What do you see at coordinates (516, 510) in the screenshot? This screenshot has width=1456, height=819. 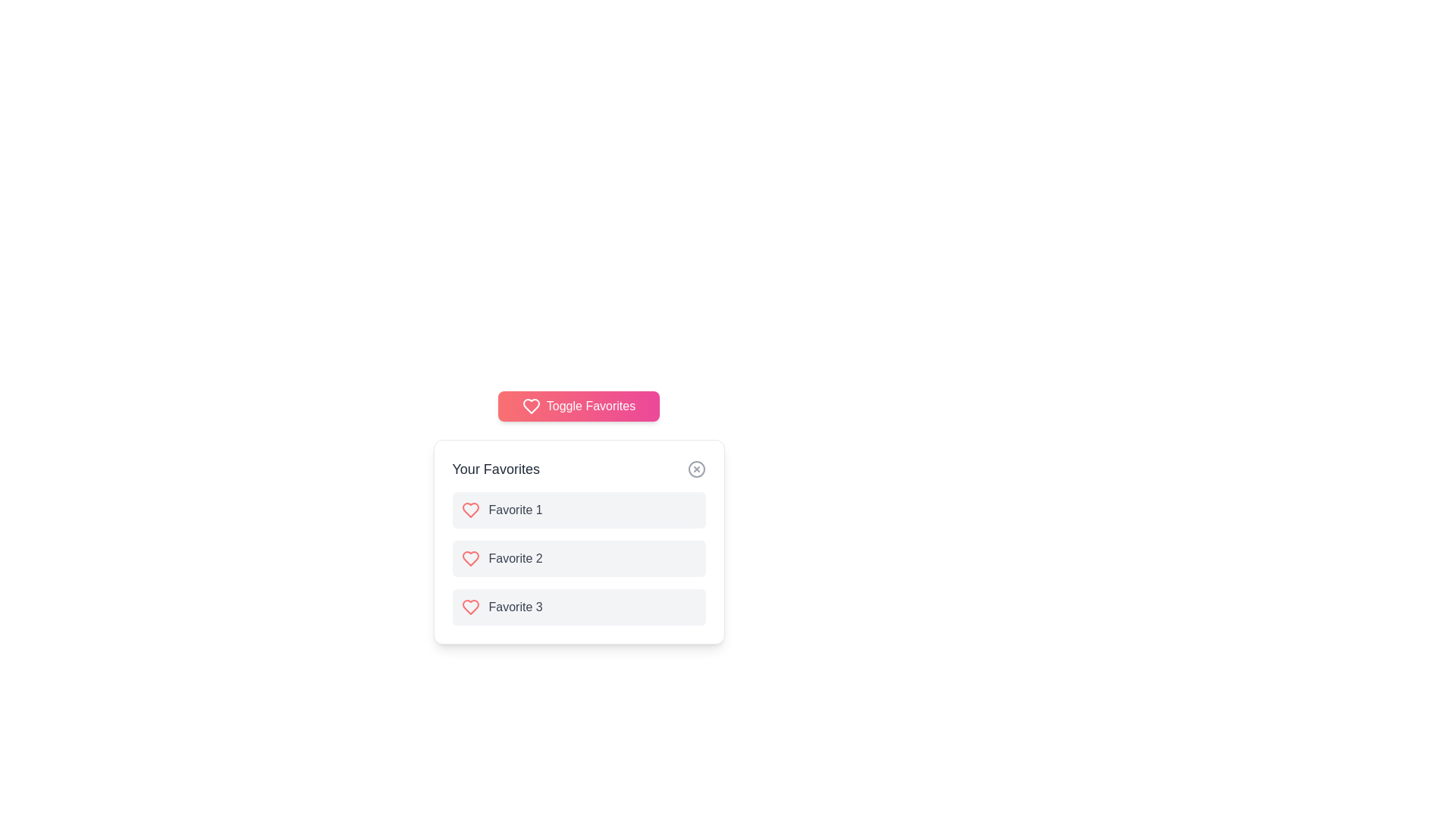 I see `the text label 'Favorite 1', which is styled in dark gray and located next to a heart icon in the first item of a favorites list` at bounding box center [516, 510].